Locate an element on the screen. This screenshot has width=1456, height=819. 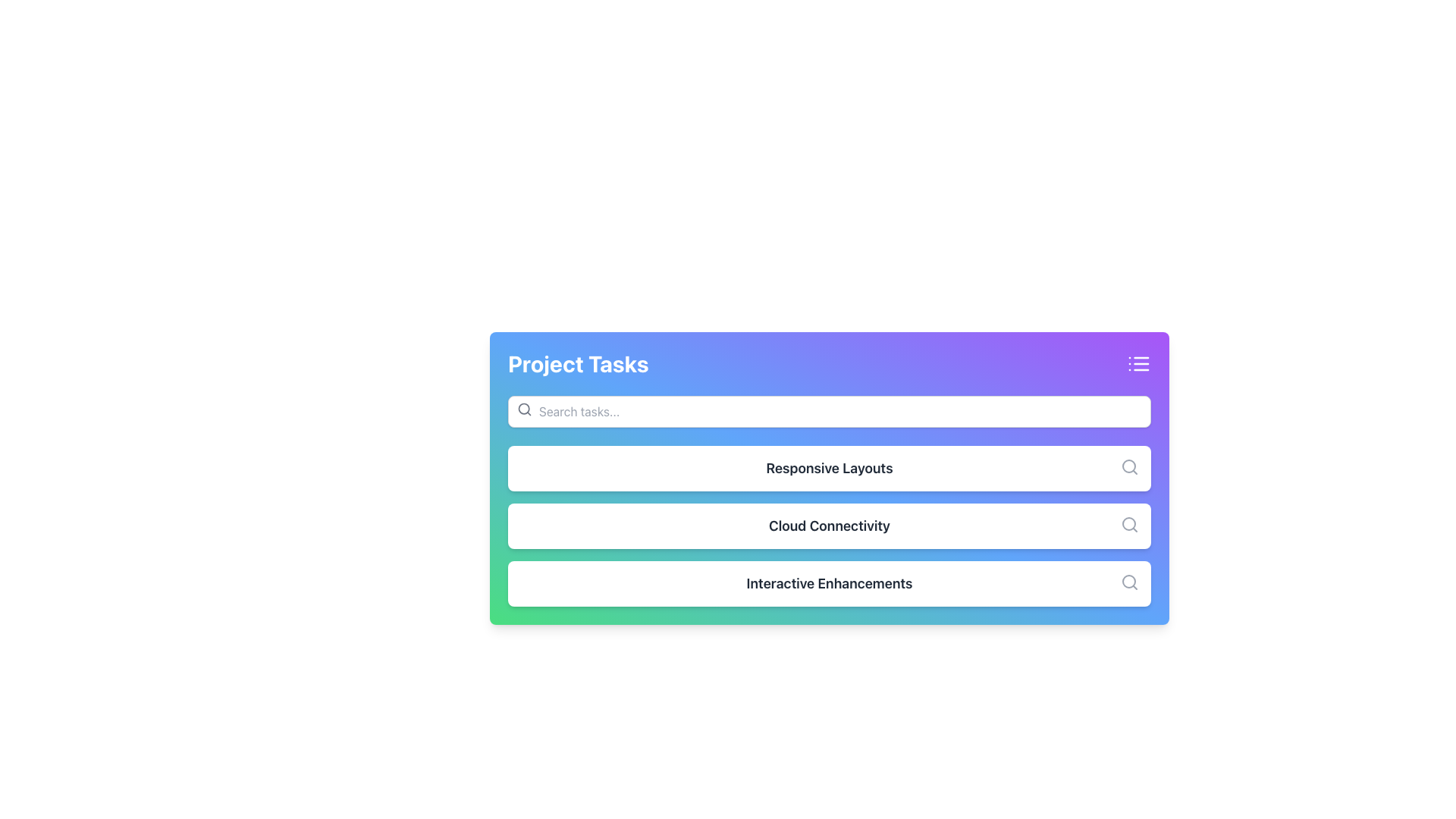
the text label located on the second row of the vertically stacked list of task items, which serves as a category identifier for associated content is located at coordinates (829, 526).